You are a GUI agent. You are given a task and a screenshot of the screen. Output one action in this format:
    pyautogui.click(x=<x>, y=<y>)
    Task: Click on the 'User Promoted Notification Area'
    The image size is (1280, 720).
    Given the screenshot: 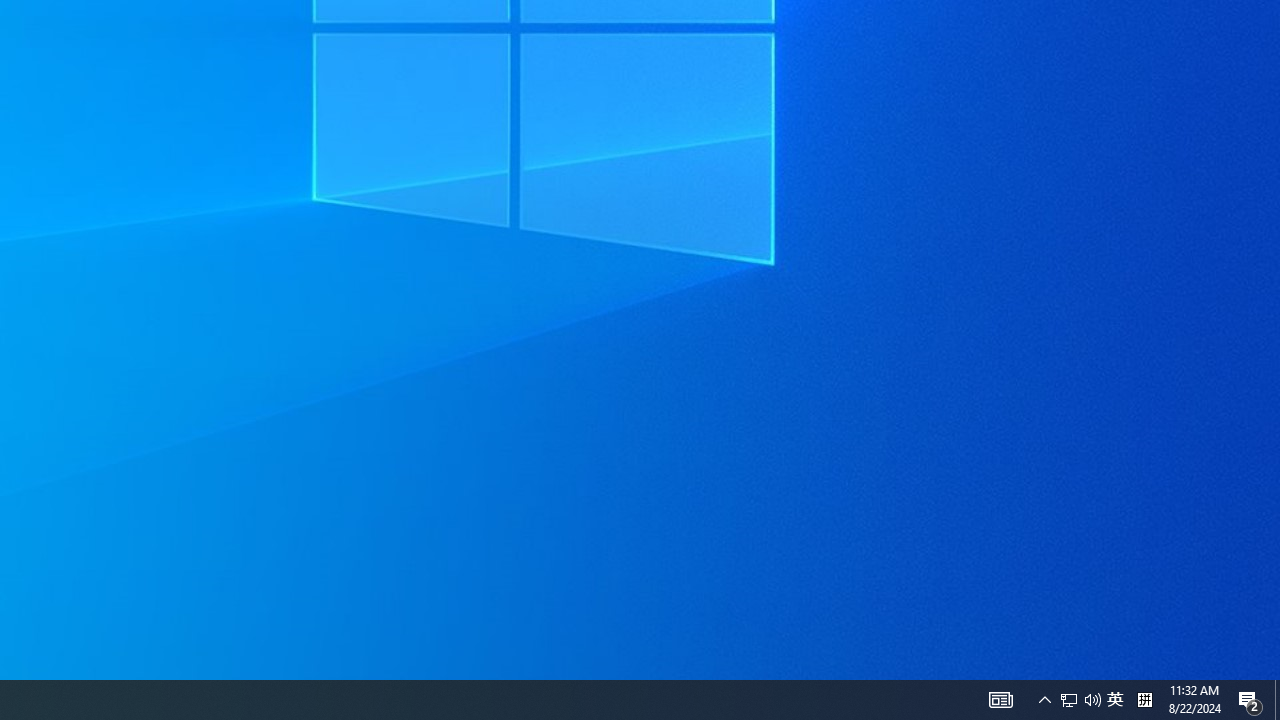 What is the action you would take?
    pyautogui.click(x=1079, y=698)
    